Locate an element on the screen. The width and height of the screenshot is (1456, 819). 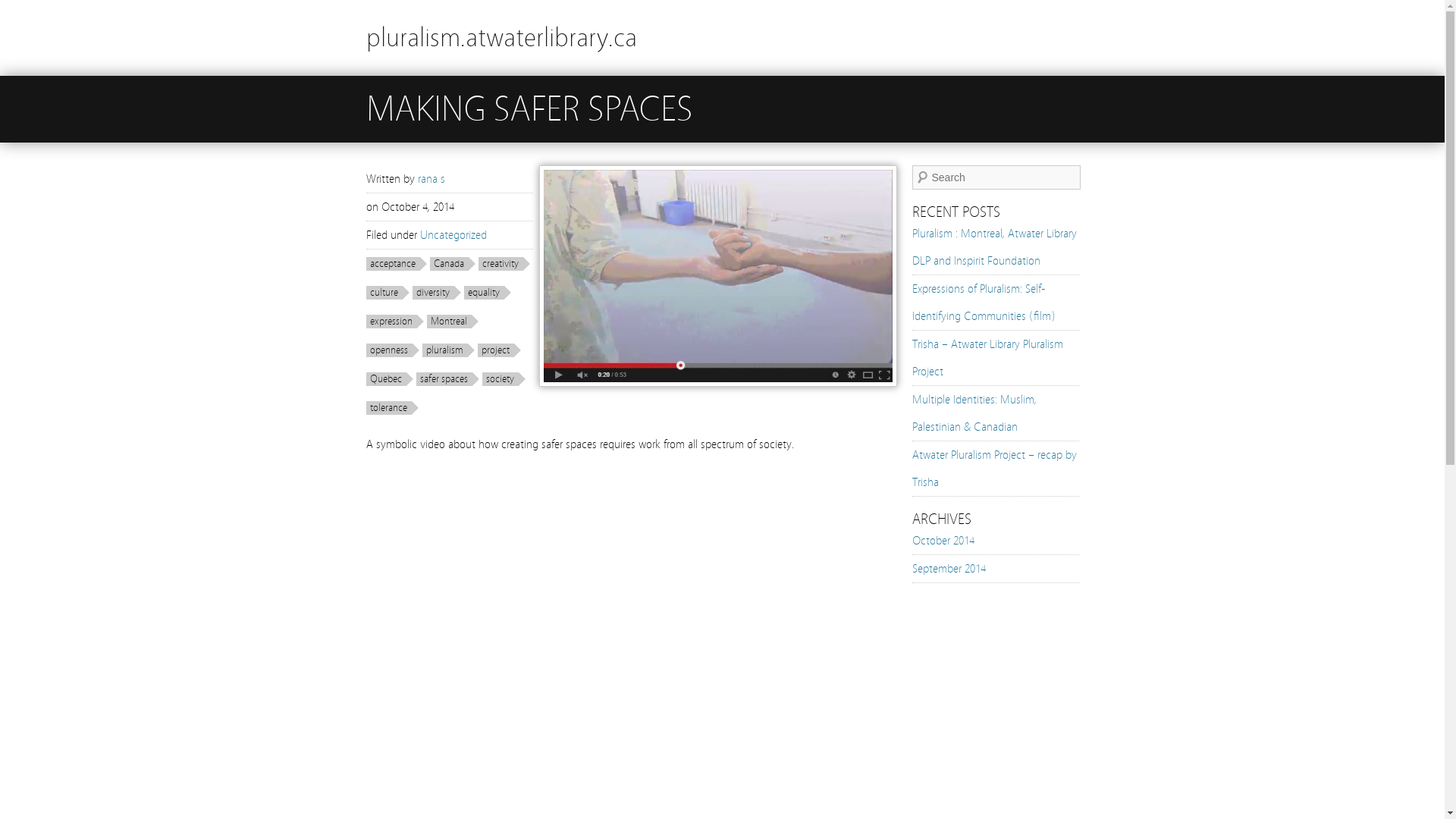
'tolerance' is located at coordinates (391, 406).